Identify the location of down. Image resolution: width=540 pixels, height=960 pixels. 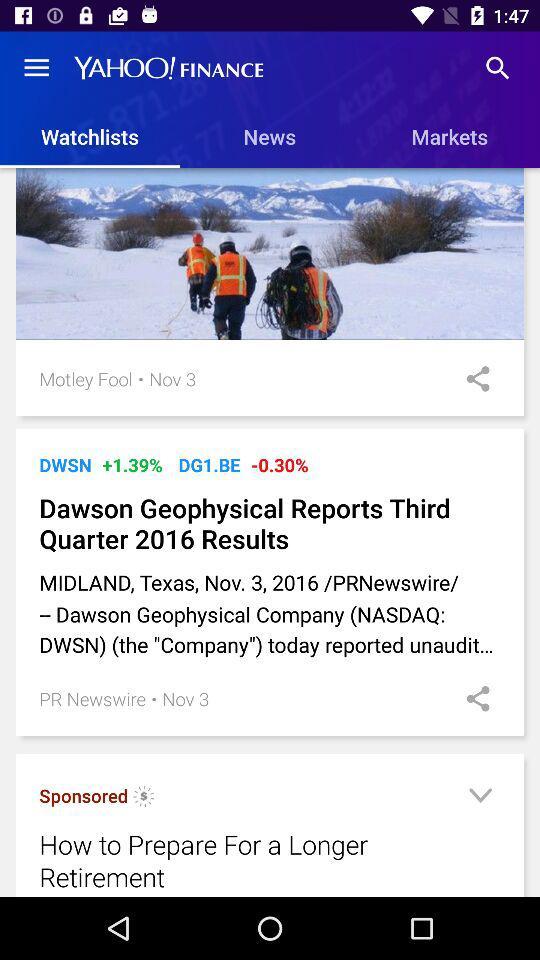
(479, 798).